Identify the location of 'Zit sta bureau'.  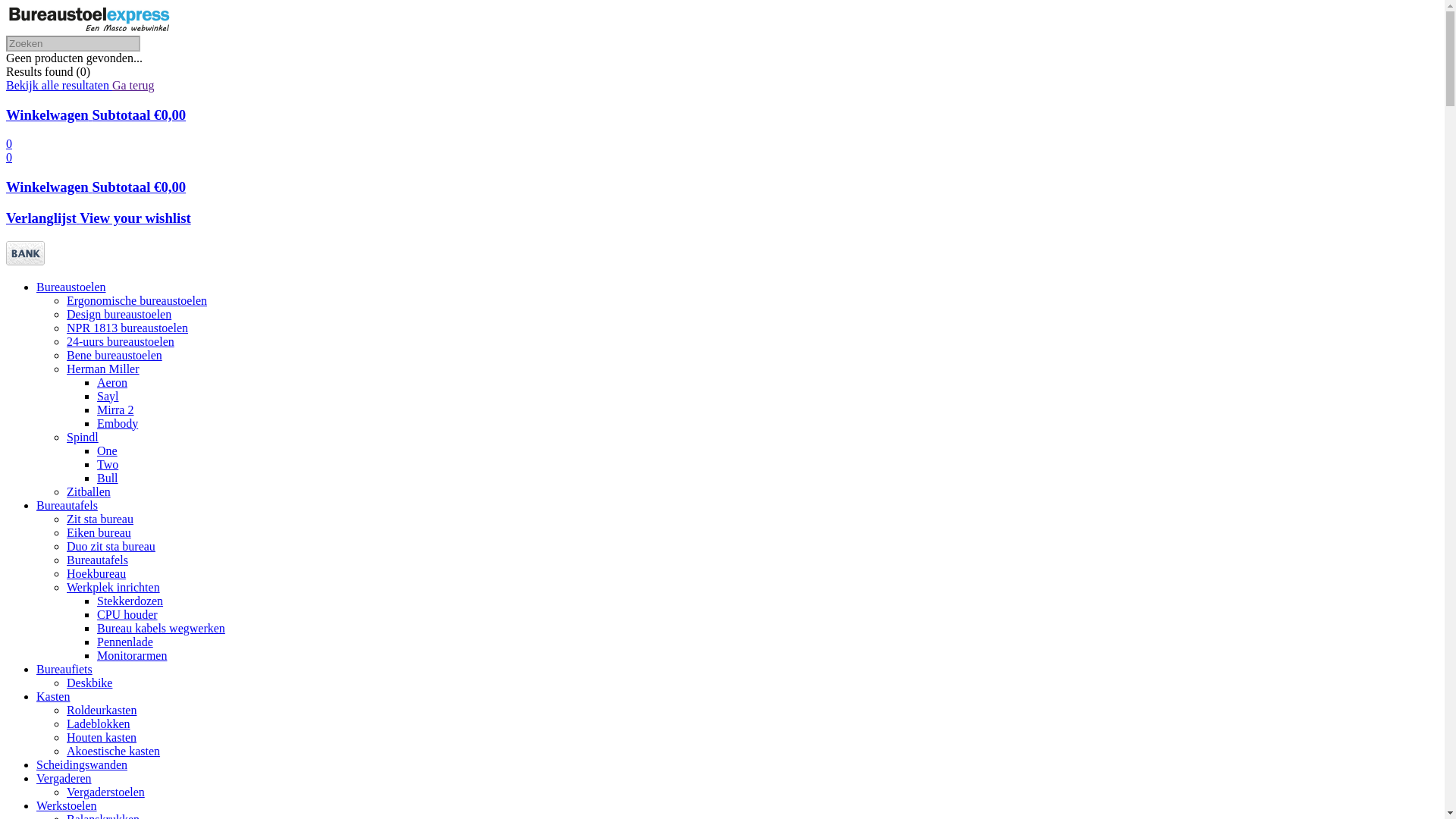
(99, 518).